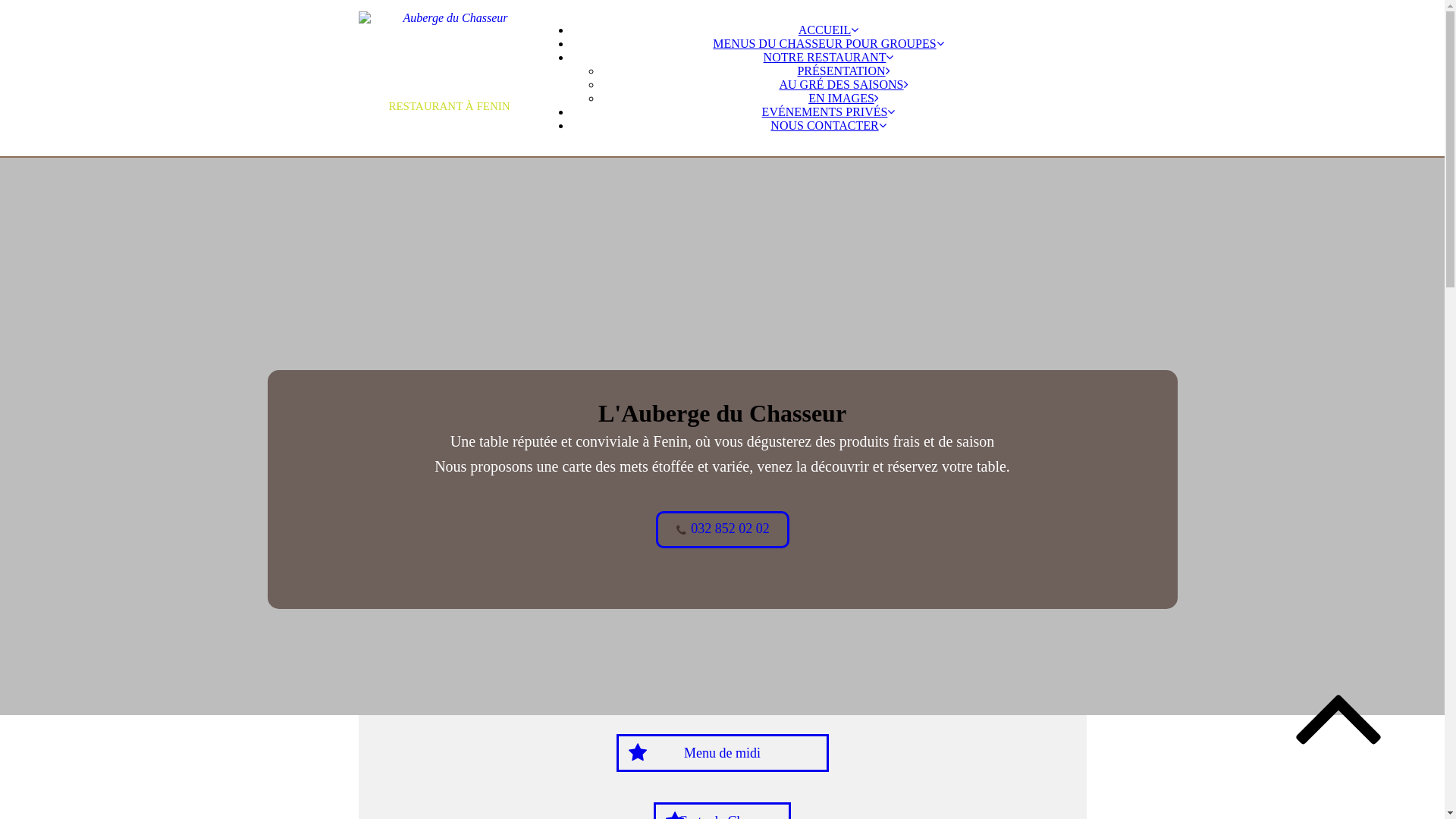 This screenshot has width=1456, height=819. What do you see at coordinates (827, 30) in the screenshot?
I see `'ACCUEIL'` at bounding box center [827, 30].